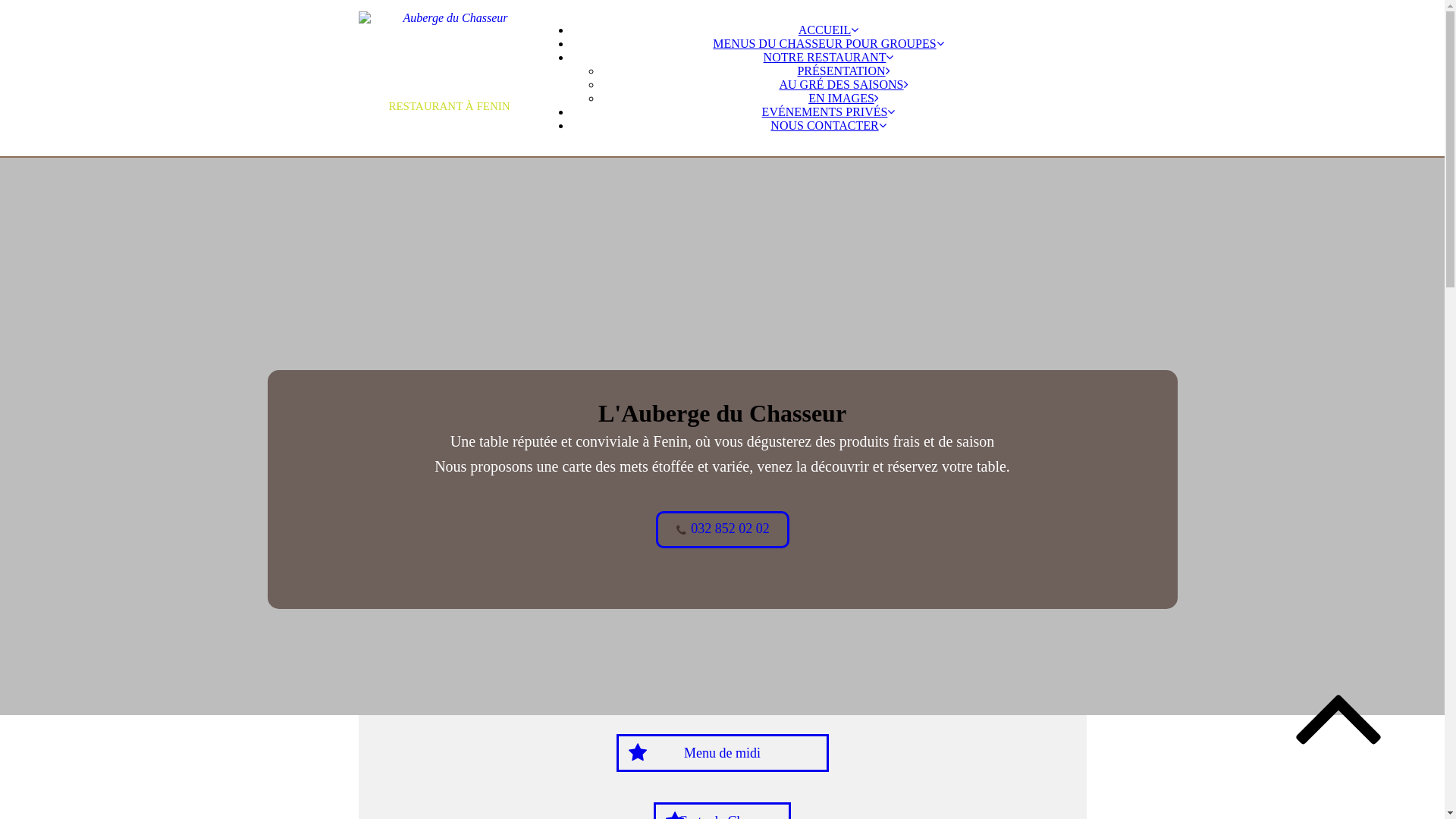 This screenshot has width=1456, height=819. What do you see at coordinates (827, 30) in the screenshot?
I see `'ACCUEIL'` at bounding box center [827, 30].